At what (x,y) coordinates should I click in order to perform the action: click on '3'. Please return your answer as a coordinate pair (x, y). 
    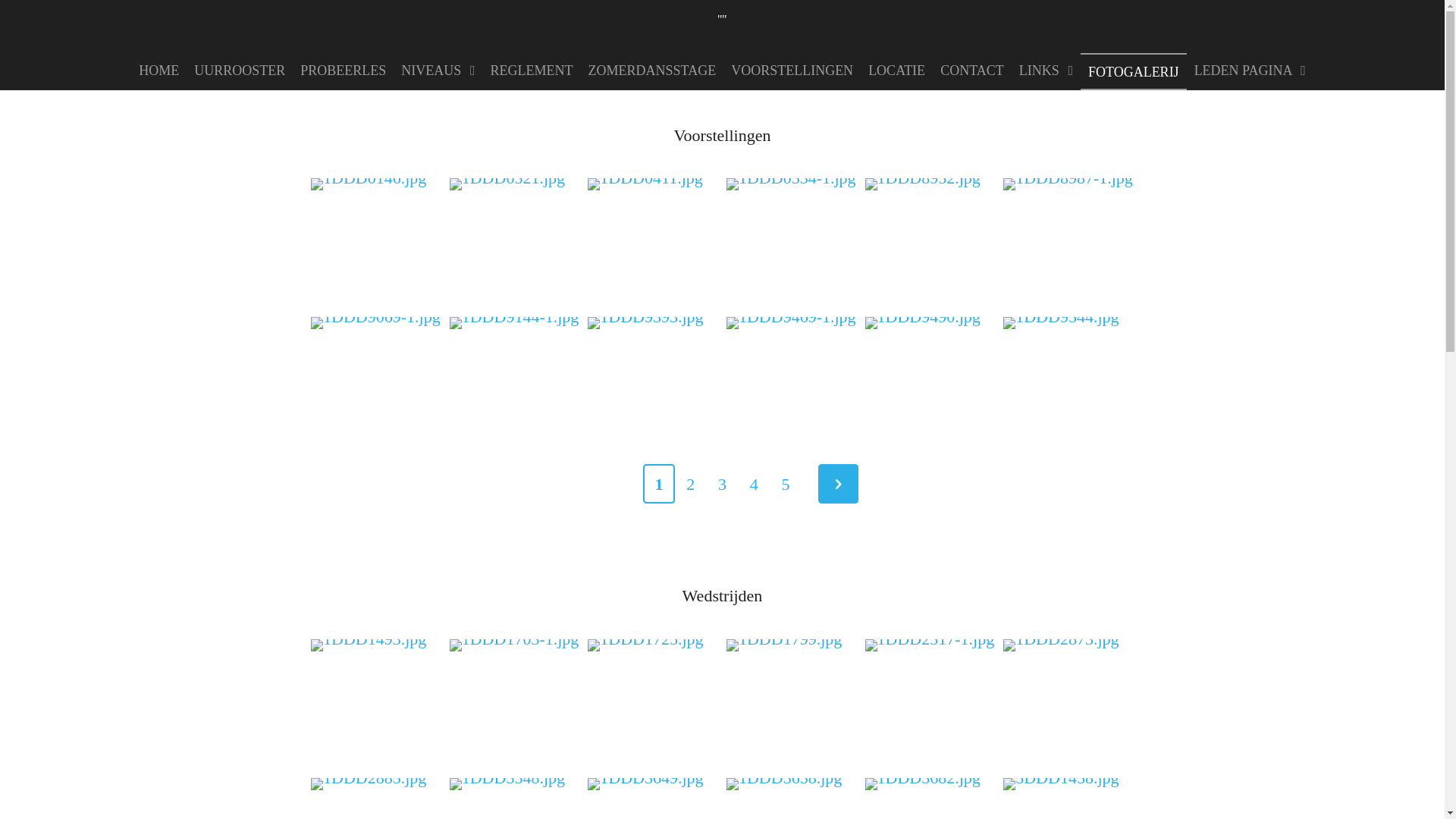
    Looking at the image, I should click on (722, 484).